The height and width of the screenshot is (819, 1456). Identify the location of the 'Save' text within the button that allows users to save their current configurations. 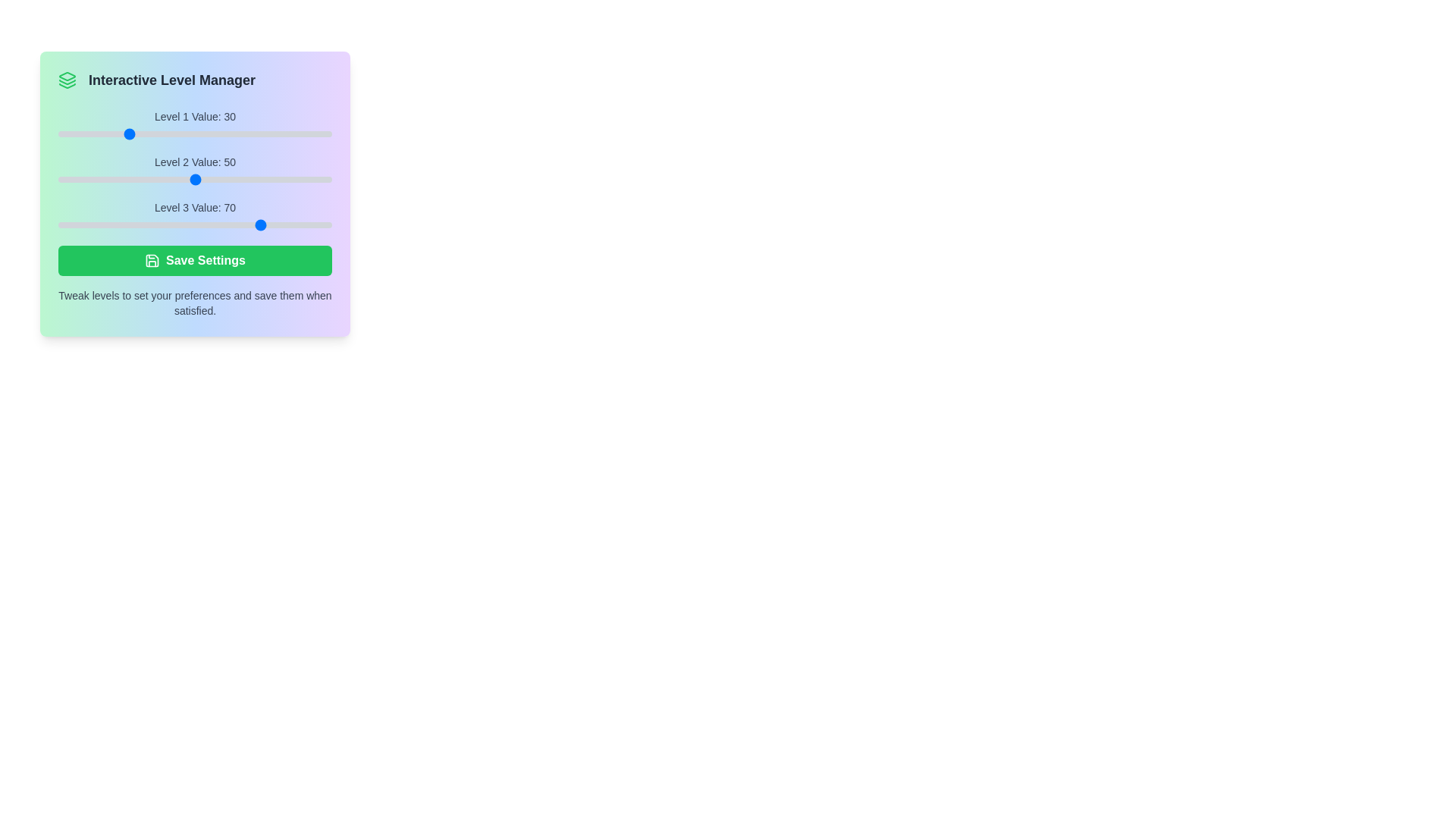
(205, 259).